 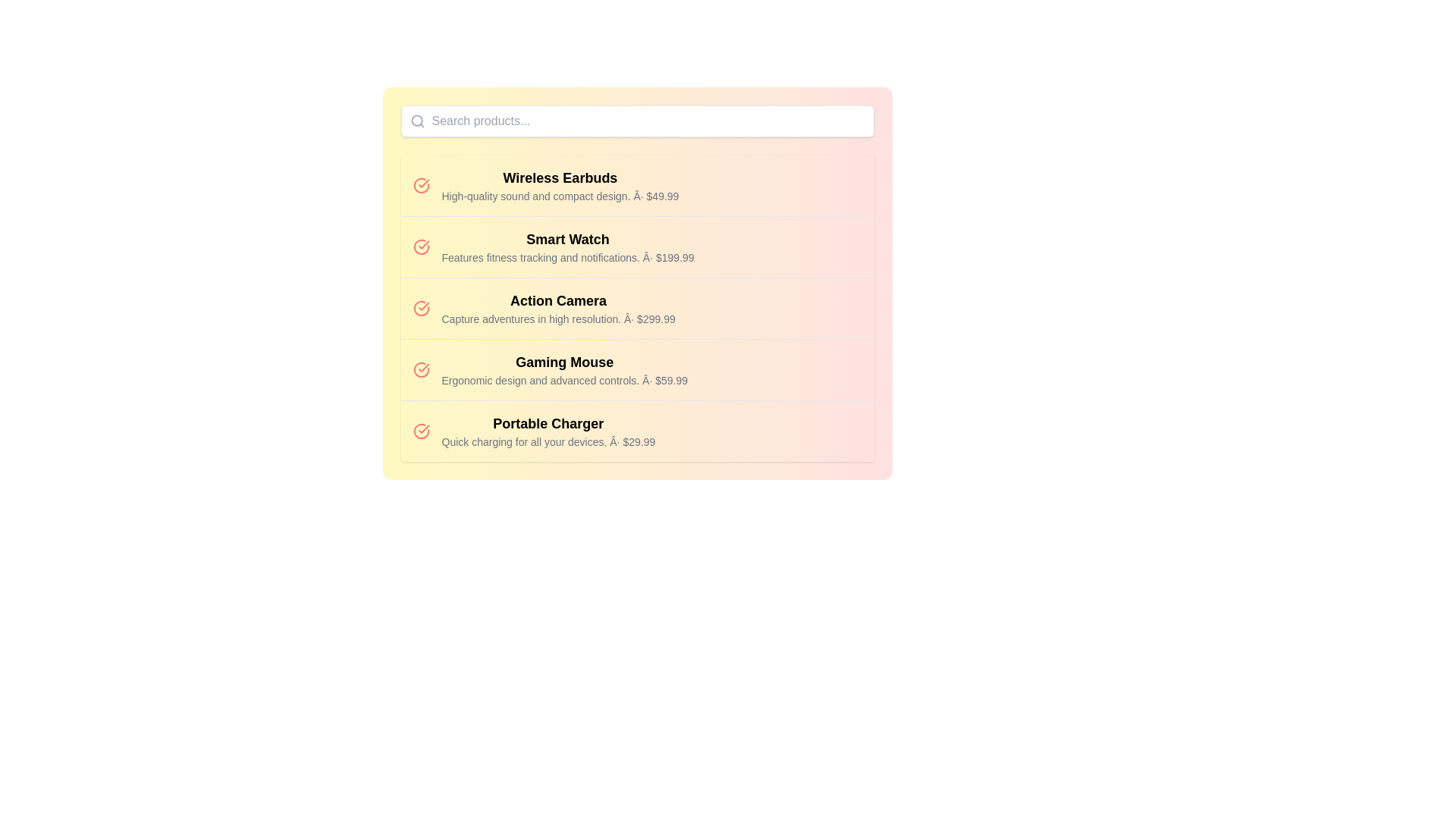 I want to click on the descriptive text element located at the bottom of the 'Portable Charger' list entry, which provides additional product details, so click(x=548, y=441).